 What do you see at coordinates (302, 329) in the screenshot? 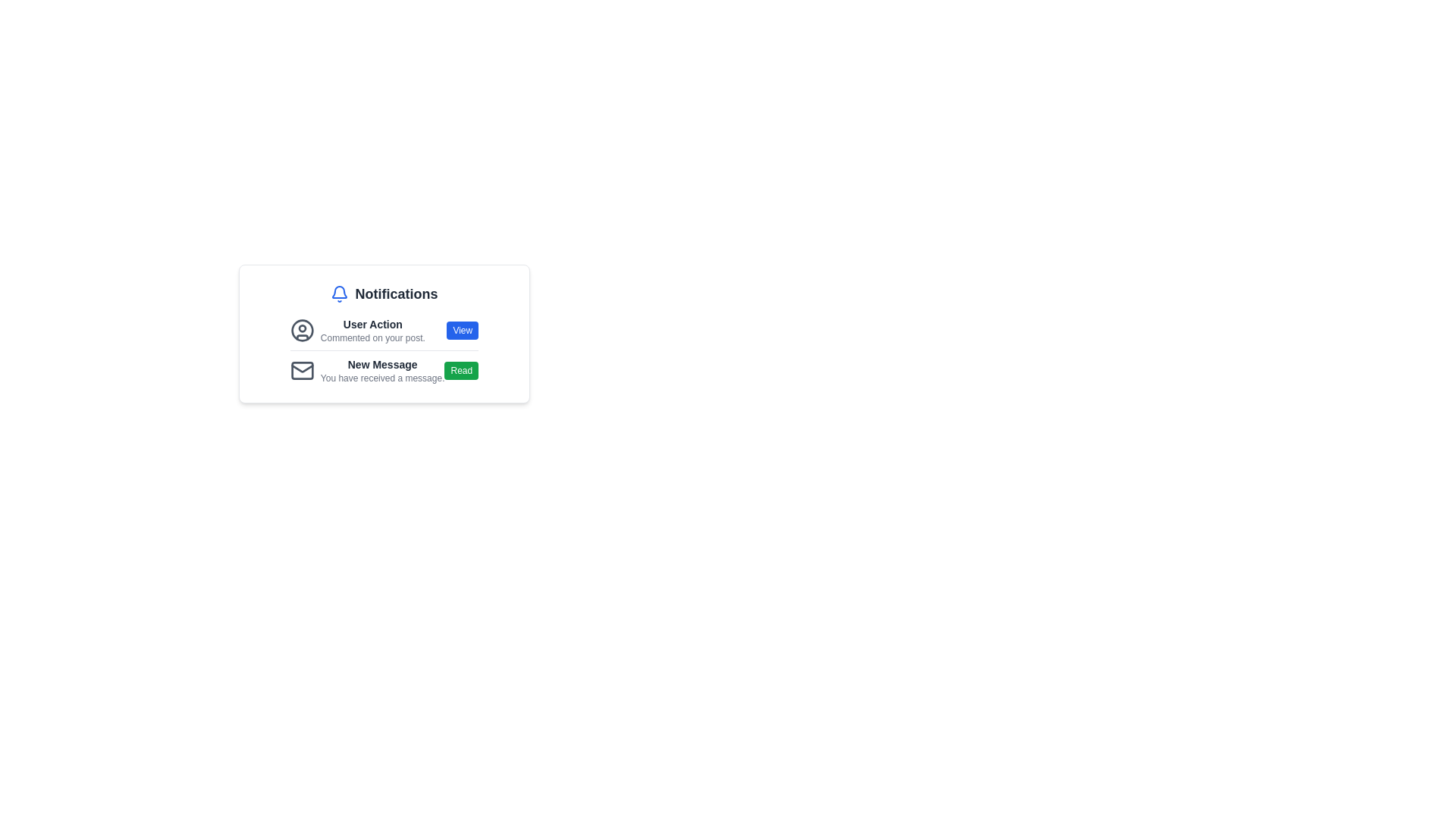
I see `the circular outline of the user icon in the first entry of the notification list, which visually represents the user` at bounding box center [302, 329].